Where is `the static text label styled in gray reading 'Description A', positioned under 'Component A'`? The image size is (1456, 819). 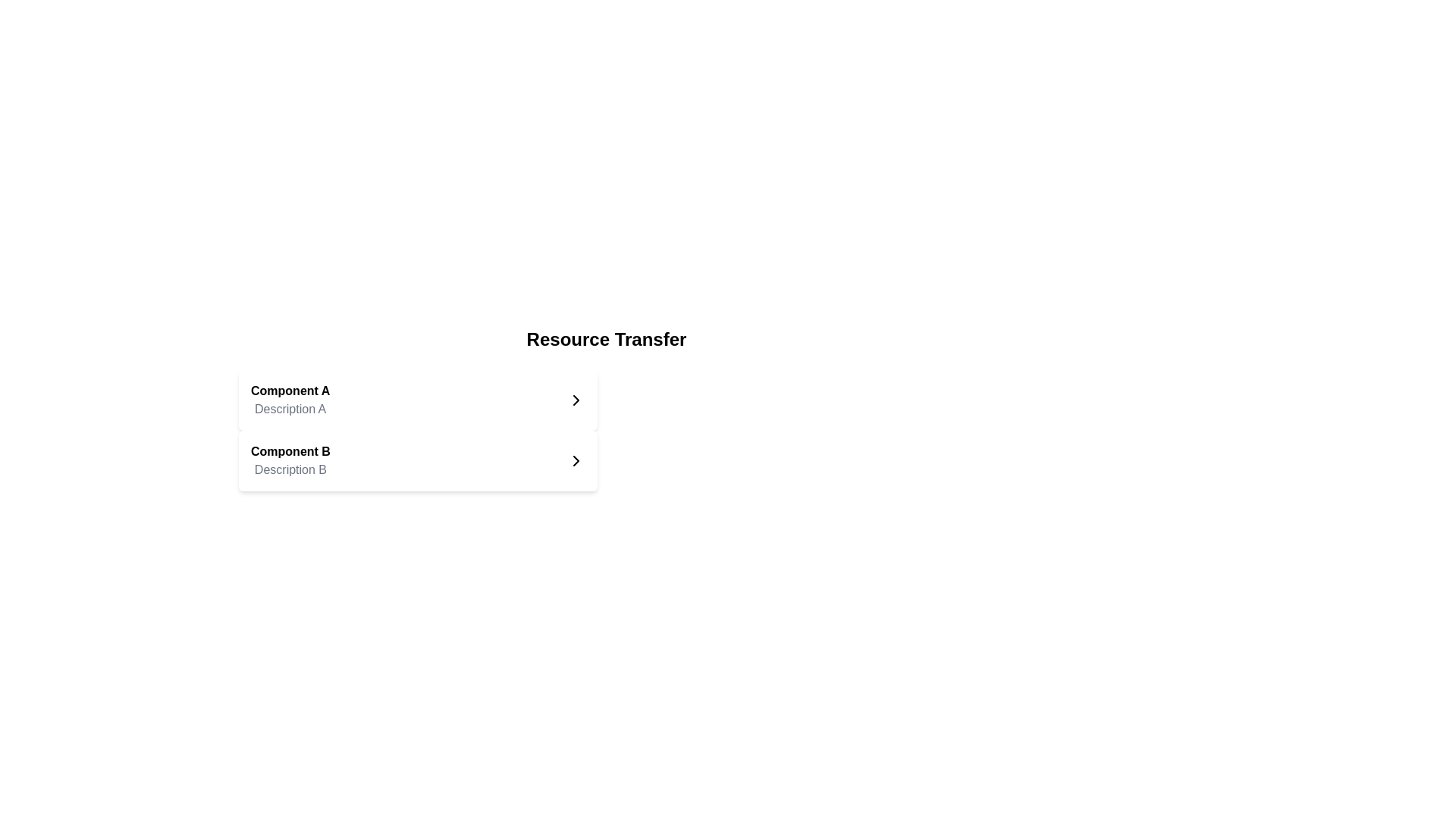 the static text label styled in gray reading 'Description A', positioned under 'Component A' is located at coordinates (290, 409).